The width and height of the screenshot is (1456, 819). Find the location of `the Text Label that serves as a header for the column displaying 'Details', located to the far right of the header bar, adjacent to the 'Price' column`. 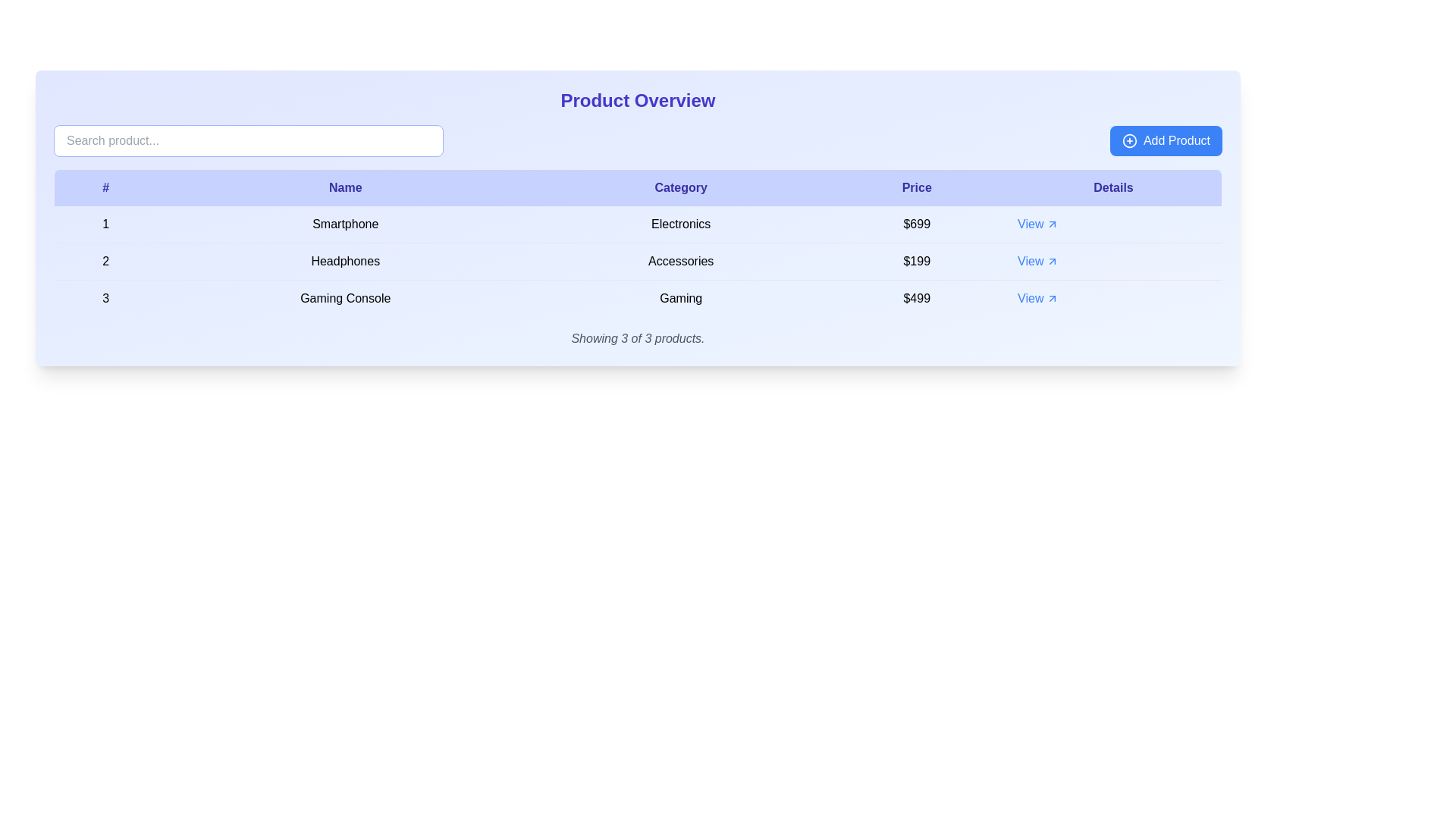

the Text Label that serves as a header for the column displaying 'Details', located to the far right of the header bar, adjacent to the 'Price' column is located at coordinates (1113, 187).